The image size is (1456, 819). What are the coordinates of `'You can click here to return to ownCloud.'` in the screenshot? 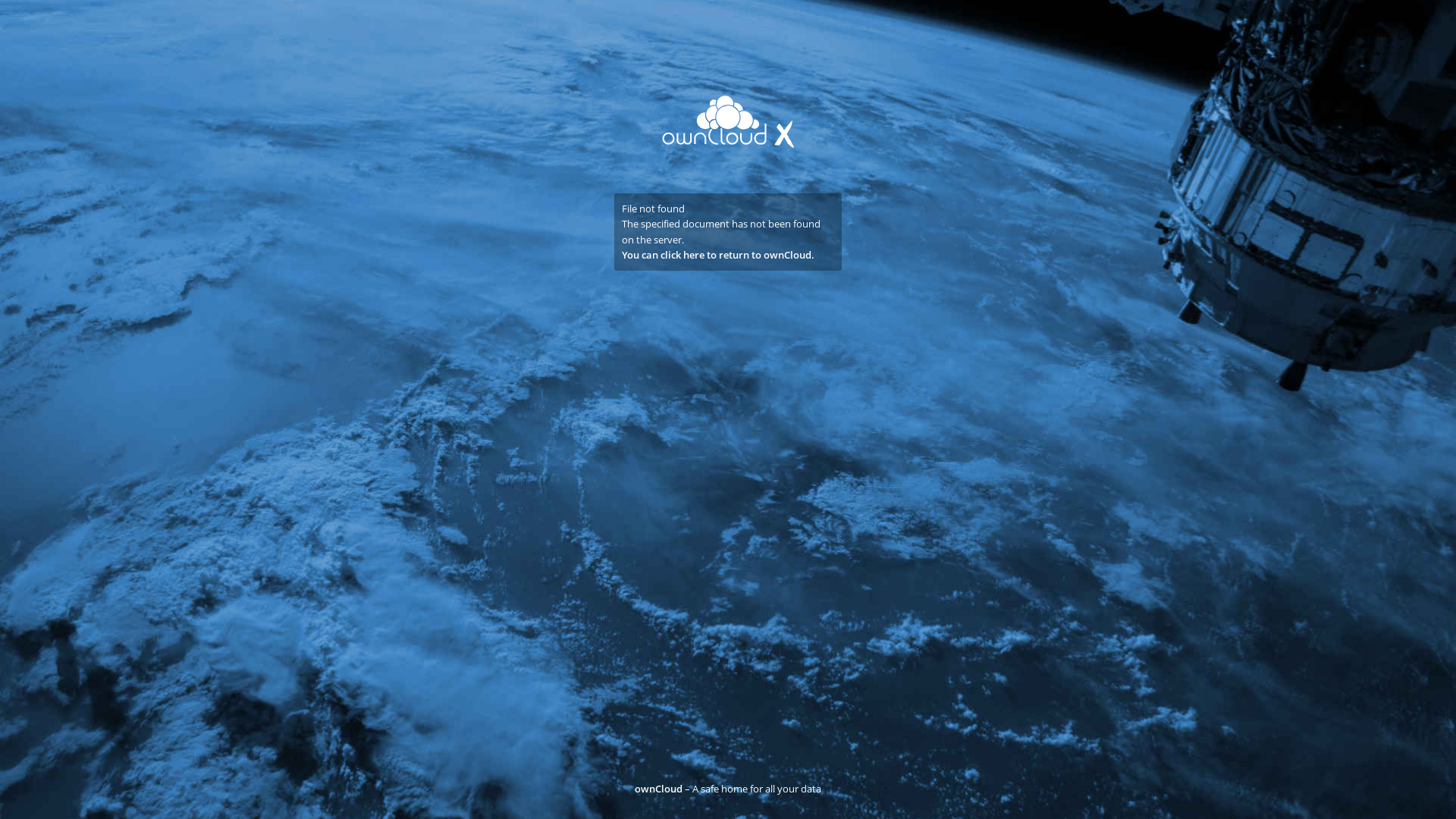 It's located at (717, 253).